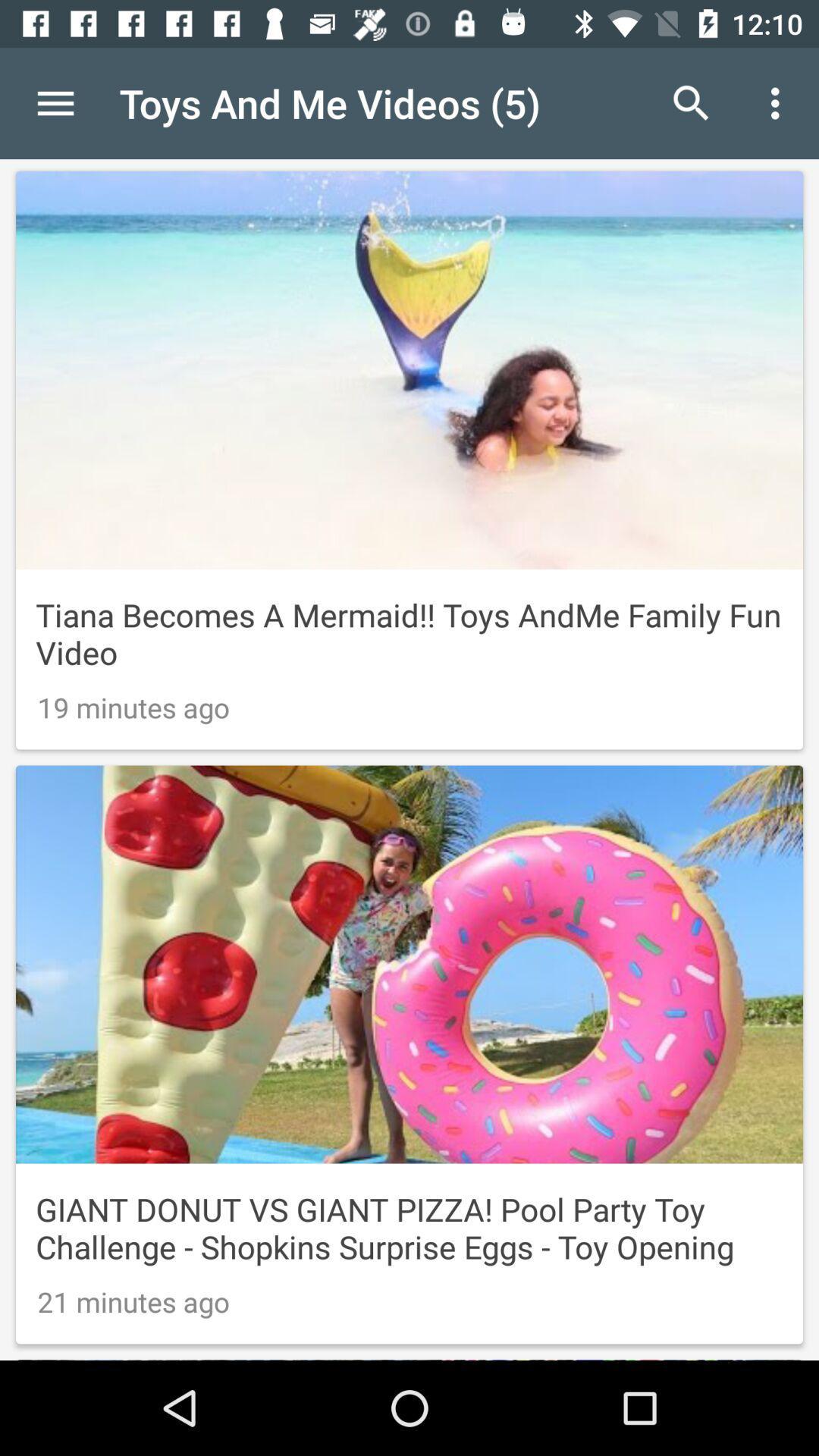 This screenshot has height=1456, width=819. What do you see at coordinates (691, 102) in the screenshot?
I see `item next to the toys and me item` at bounding box center [691, 102].